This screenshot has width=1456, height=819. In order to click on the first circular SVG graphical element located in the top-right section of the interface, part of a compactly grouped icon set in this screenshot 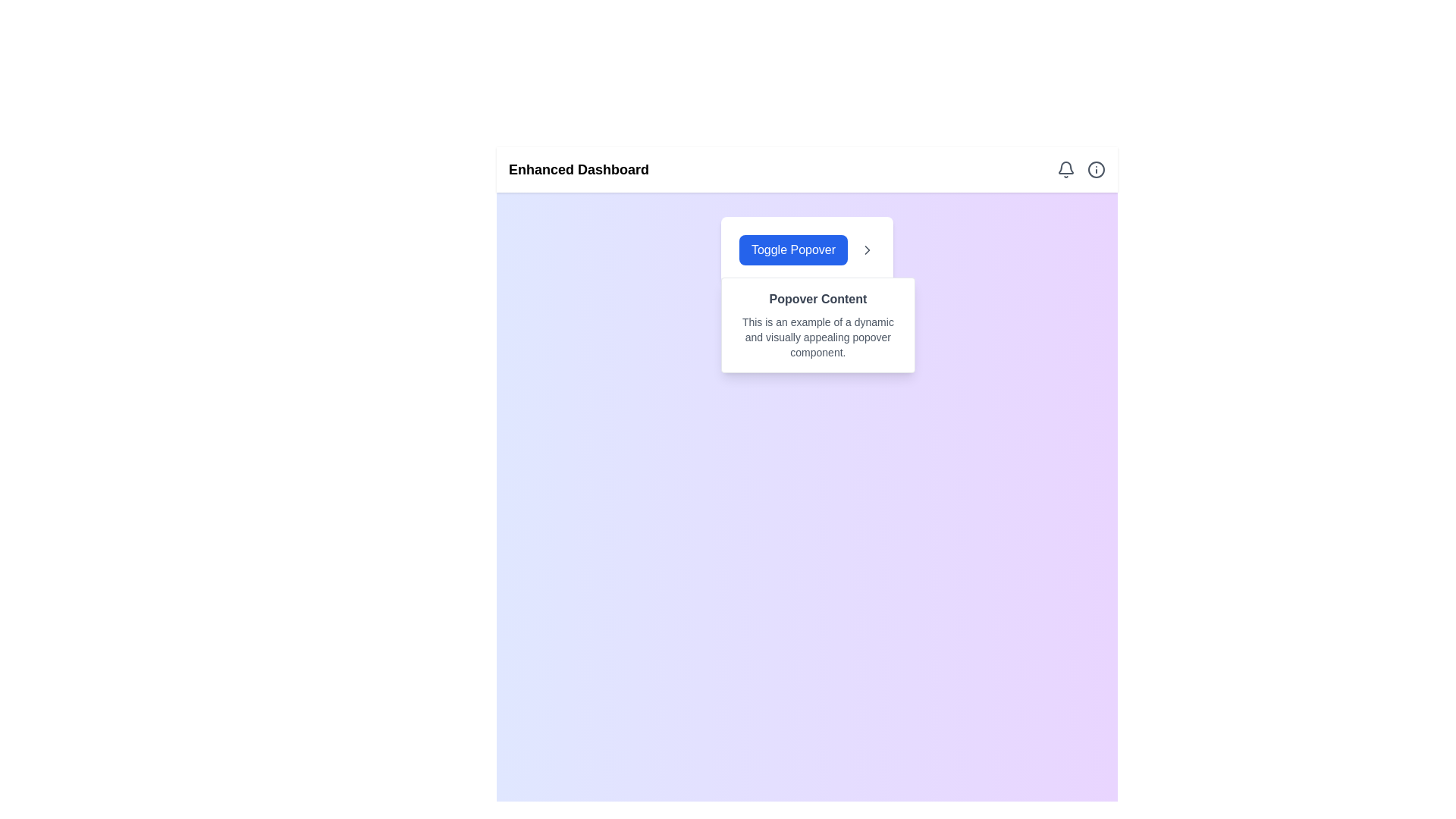, I will do `click(1096, 169)`.